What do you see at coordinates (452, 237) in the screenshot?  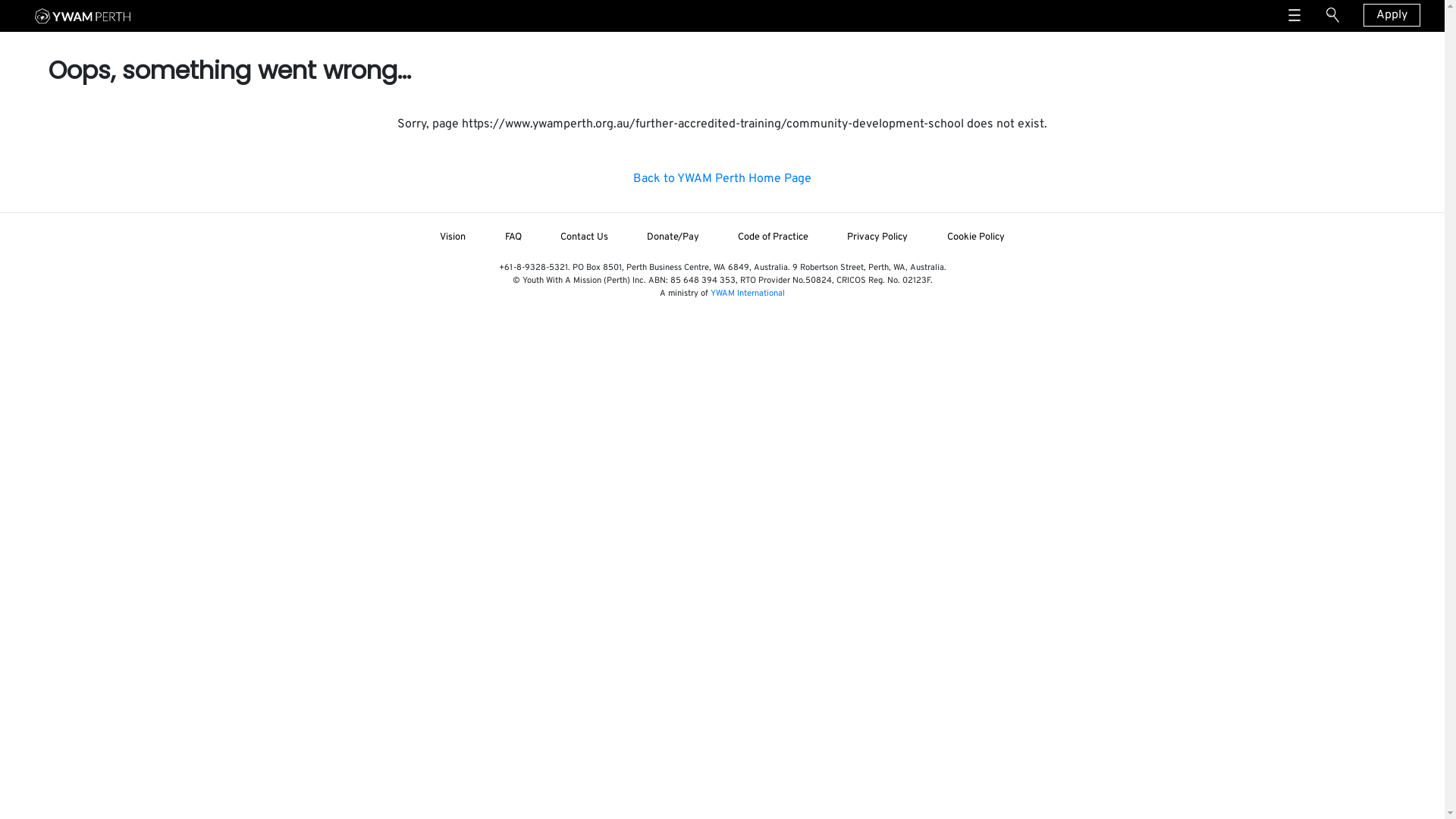 I see `'Vision'` at bounding box center [452, 237].